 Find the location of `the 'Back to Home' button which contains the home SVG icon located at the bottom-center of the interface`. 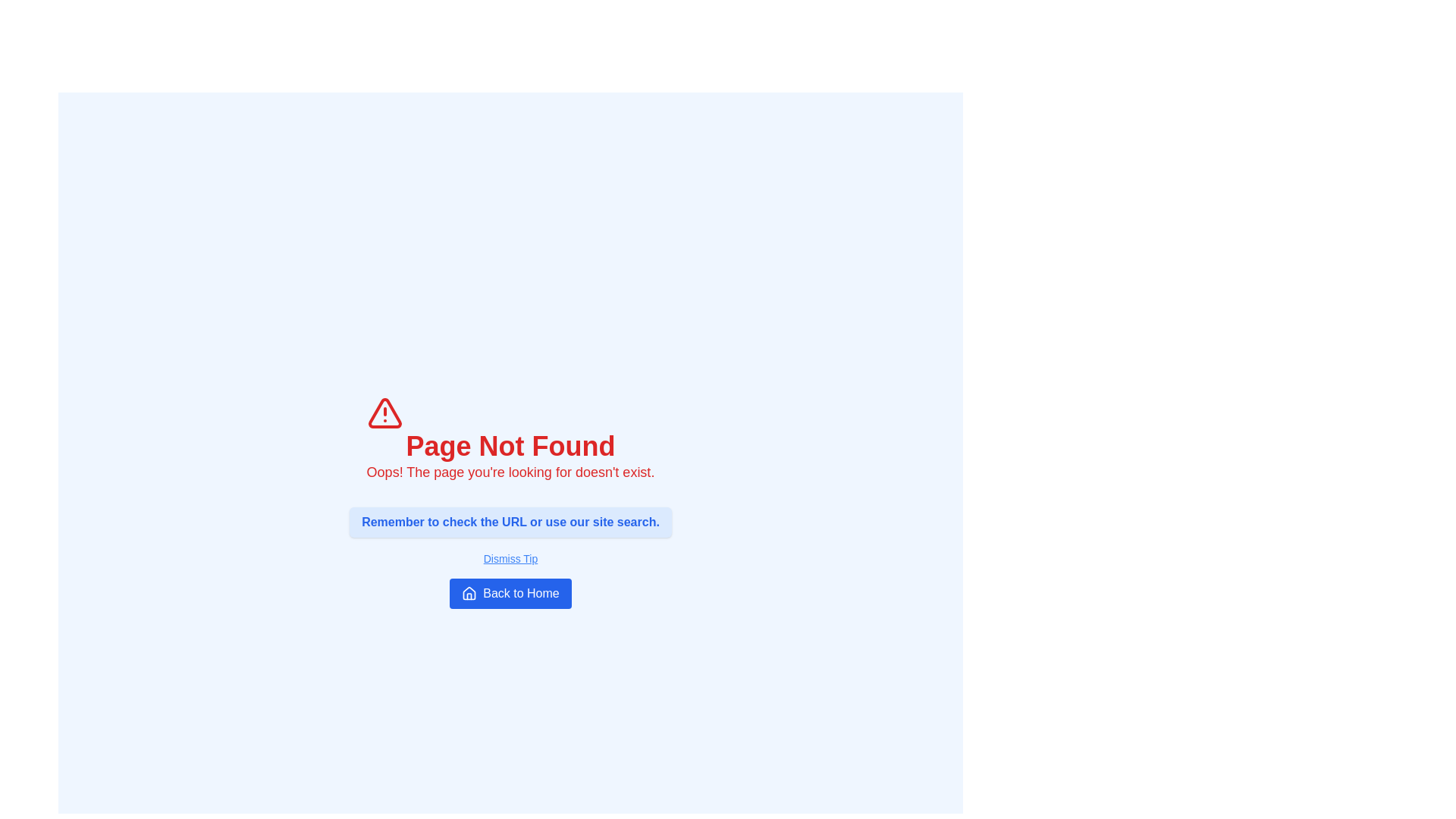

the 'Back to Home' button which contains the home SVG icon located at the bottom-center of the interface is located at coordinates (469, 593).